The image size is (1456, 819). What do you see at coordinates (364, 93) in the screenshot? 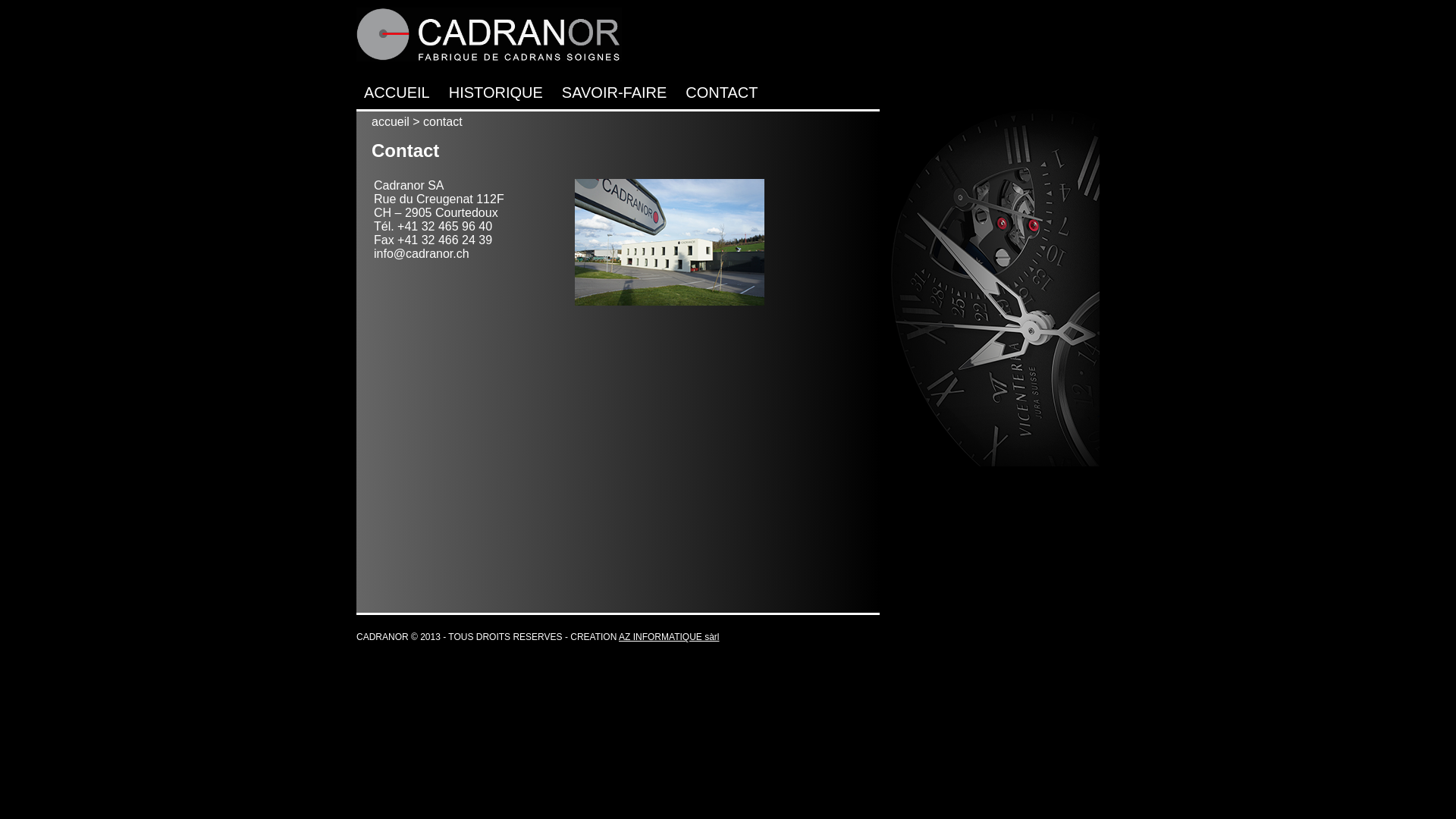
I see `'ACCUEIL'` at bounding box center [364, 93].